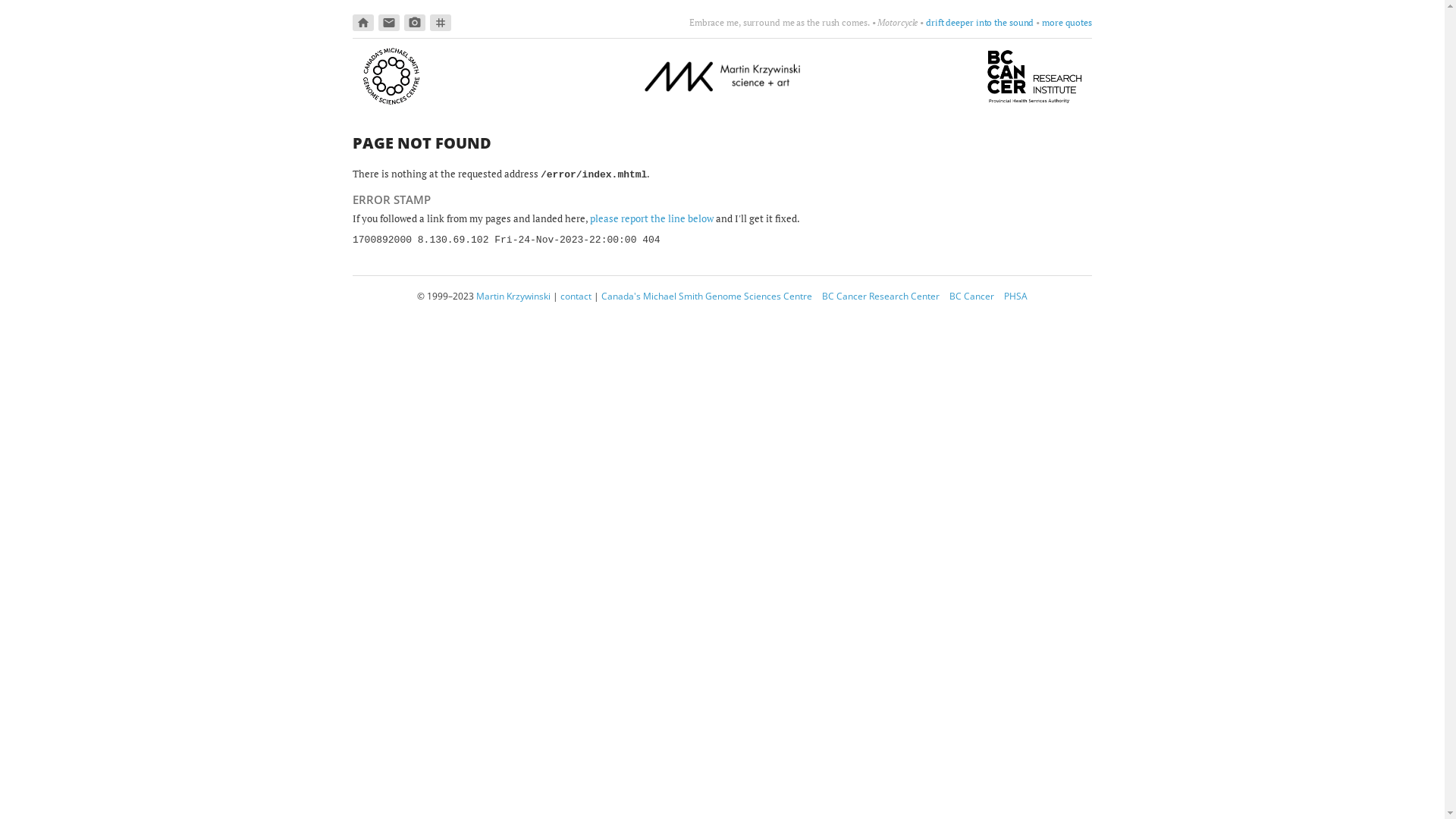  Describe the element at coordinates (415, 23) in the screenshot. I see `'photo_camera'` at that location.